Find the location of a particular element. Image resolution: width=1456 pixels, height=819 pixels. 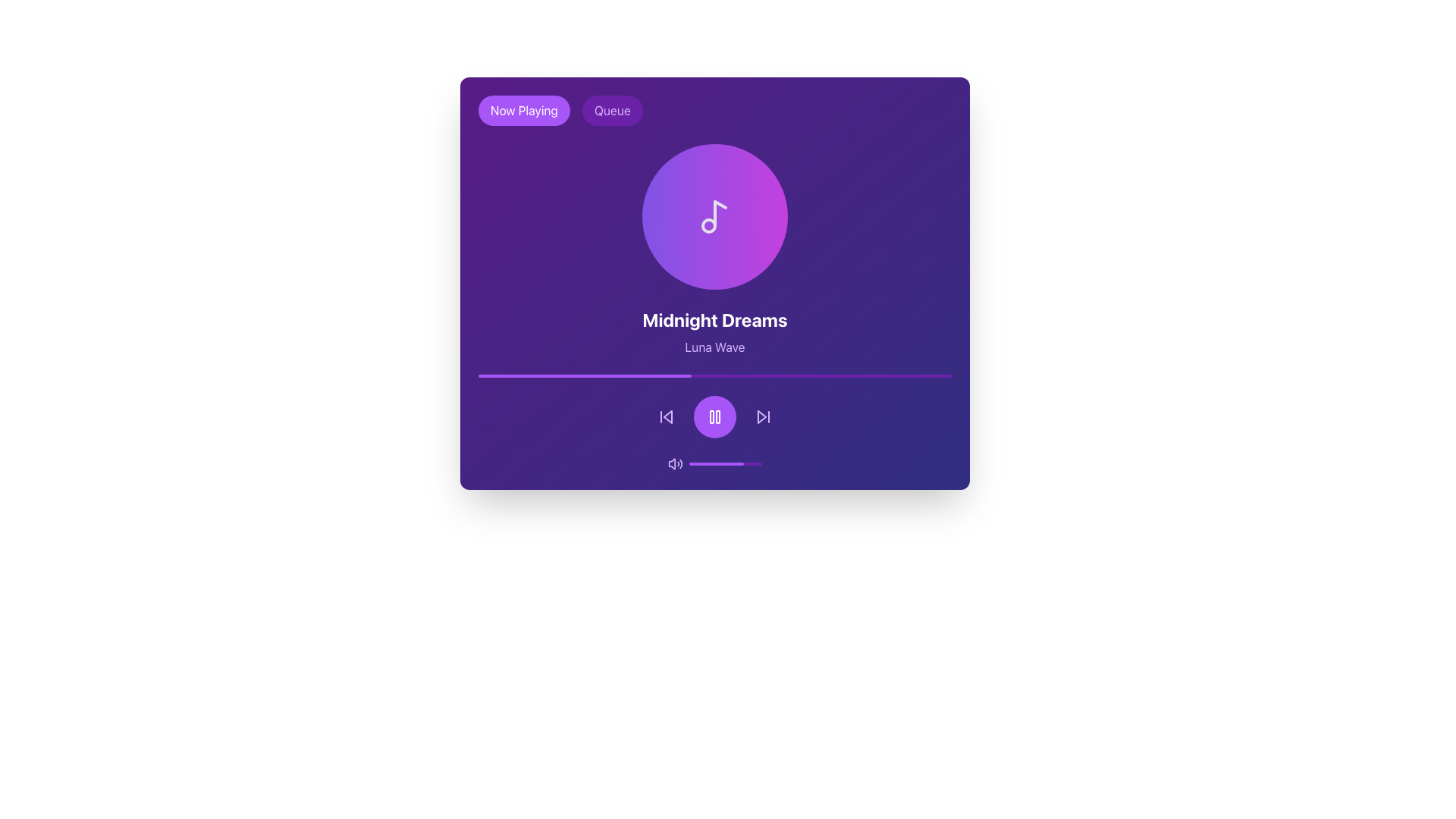

the white 'pause' icon represented by two vertical bars located on a purple circular button at the bottom center of the card layout is located at coordinates (714, 417).